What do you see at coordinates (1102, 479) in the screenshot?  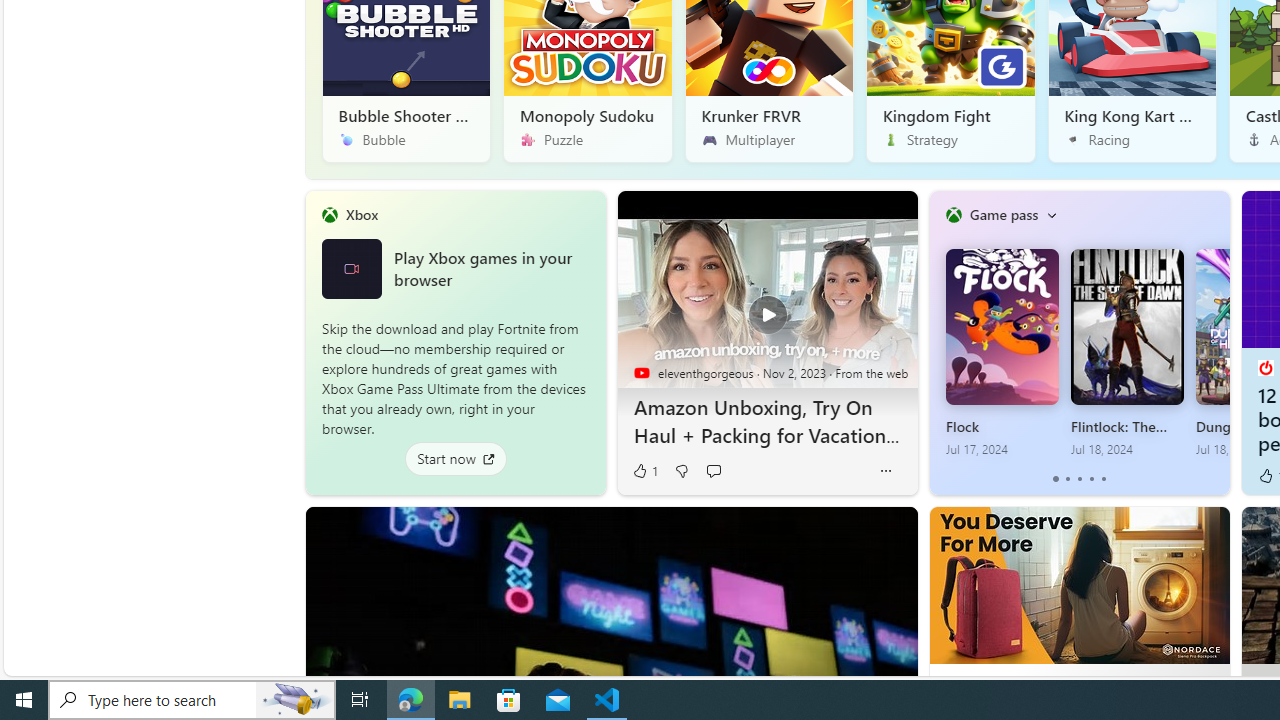 I see `'tab-4'` at bounding box center [1102, 479].